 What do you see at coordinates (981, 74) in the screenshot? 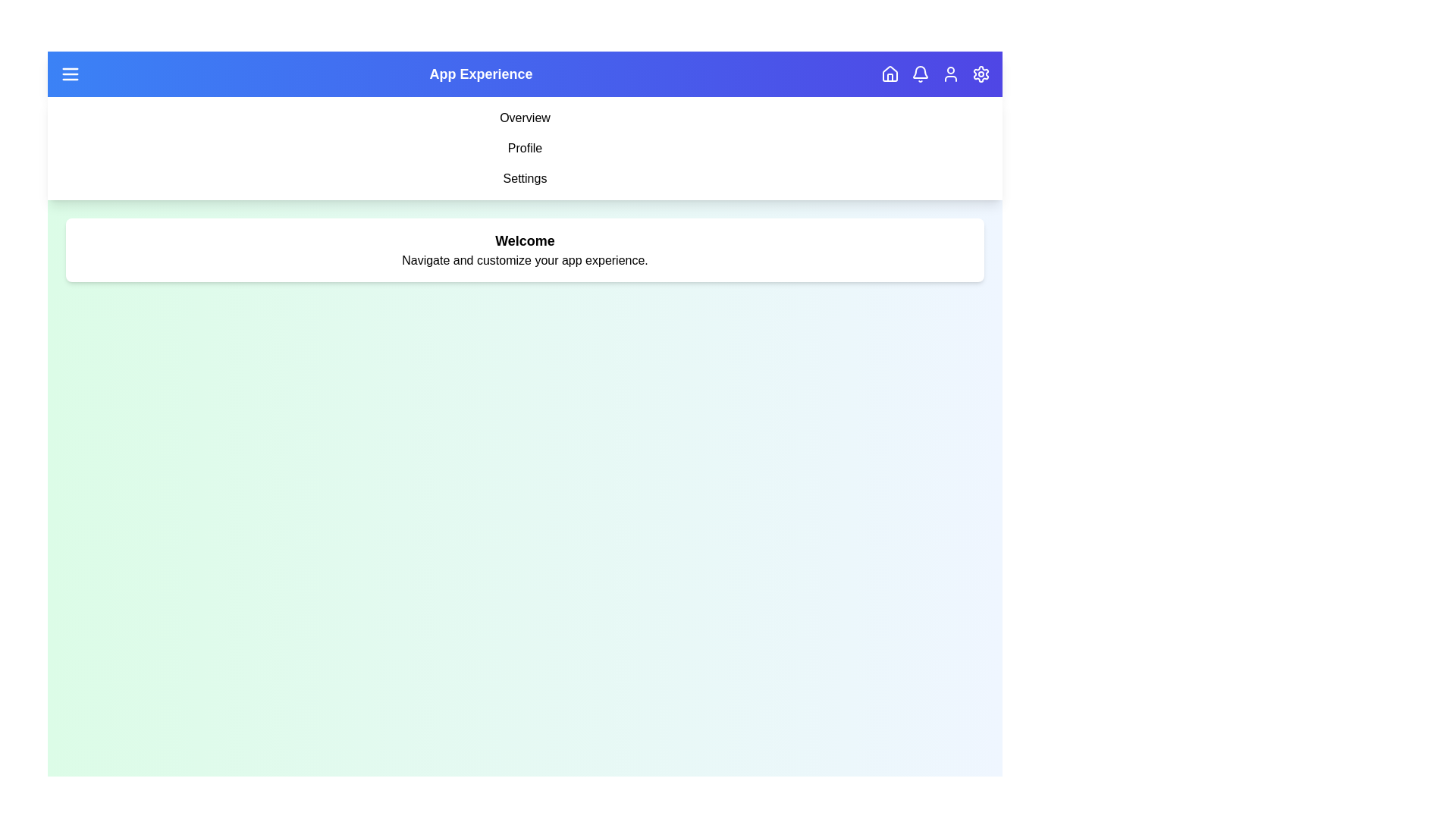
I see `the navigation button corresponding to settings` at bounding box center [981, 74].